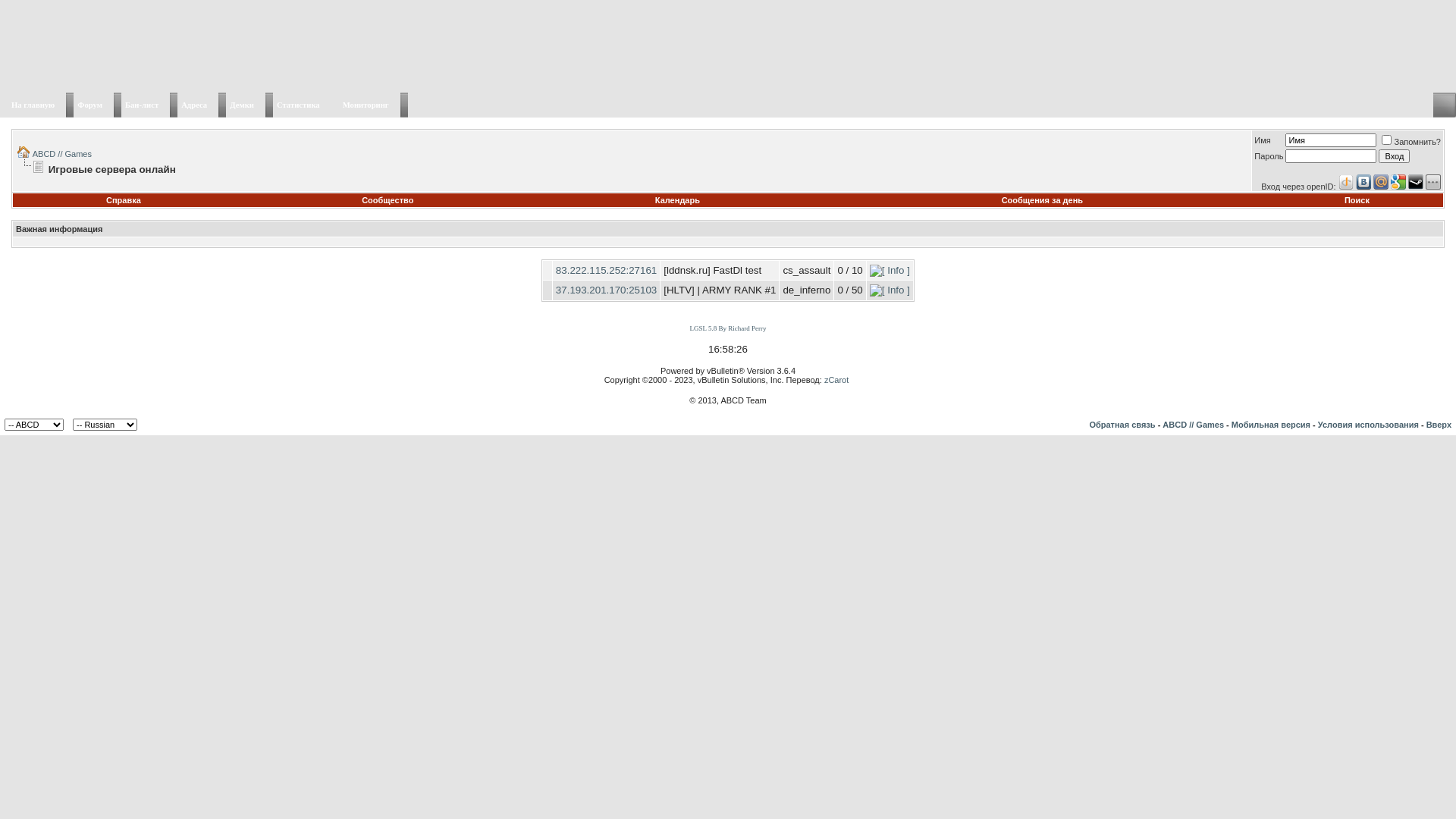  I want to click on 'LGSL 5.8 By Richard Perry', so click(728, 327).